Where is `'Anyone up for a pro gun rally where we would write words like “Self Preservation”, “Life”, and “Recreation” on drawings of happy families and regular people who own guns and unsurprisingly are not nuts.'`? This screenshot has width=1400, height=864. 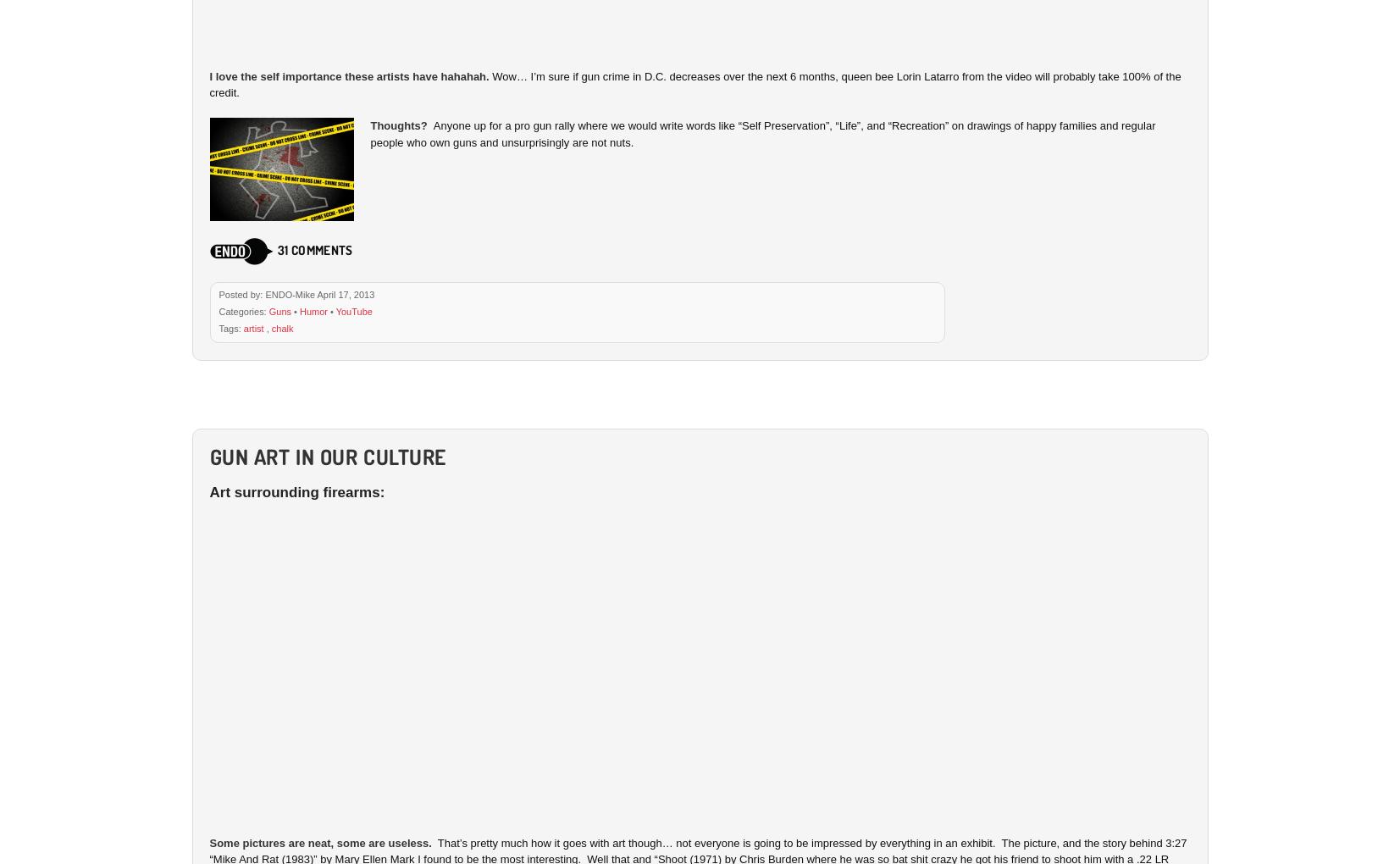 'Anyone up for a pro gun rally where we would write words like “Self Preservation”, “Life”, and “Recreation” on drawings of happy families and regular people who own guns and unsurprisingly are not nuts.' is located at coordinates (762, 133).